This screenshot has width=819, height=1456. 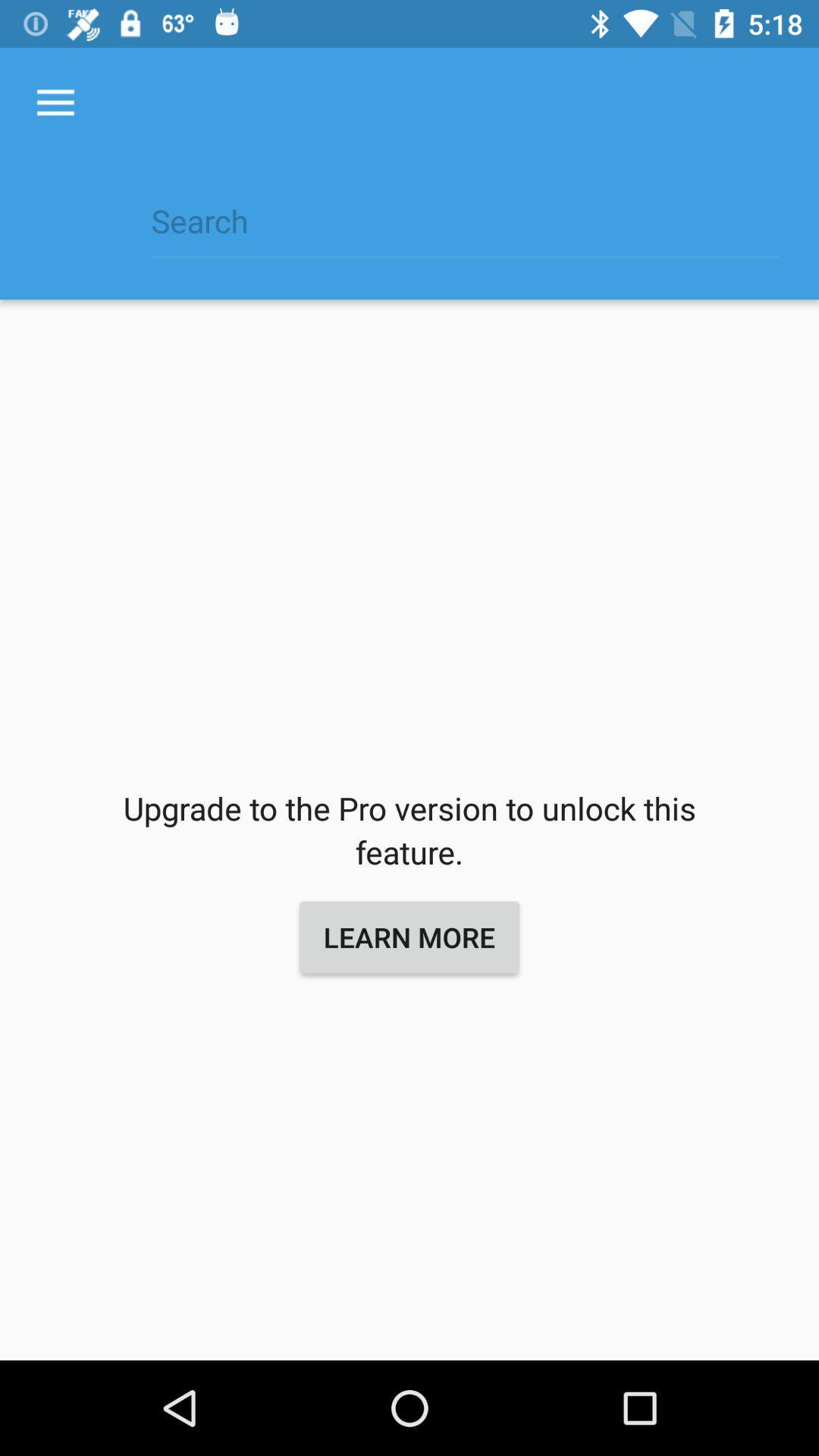 I want to click on icon above the upgrade to the, so click(x=55, y=102).